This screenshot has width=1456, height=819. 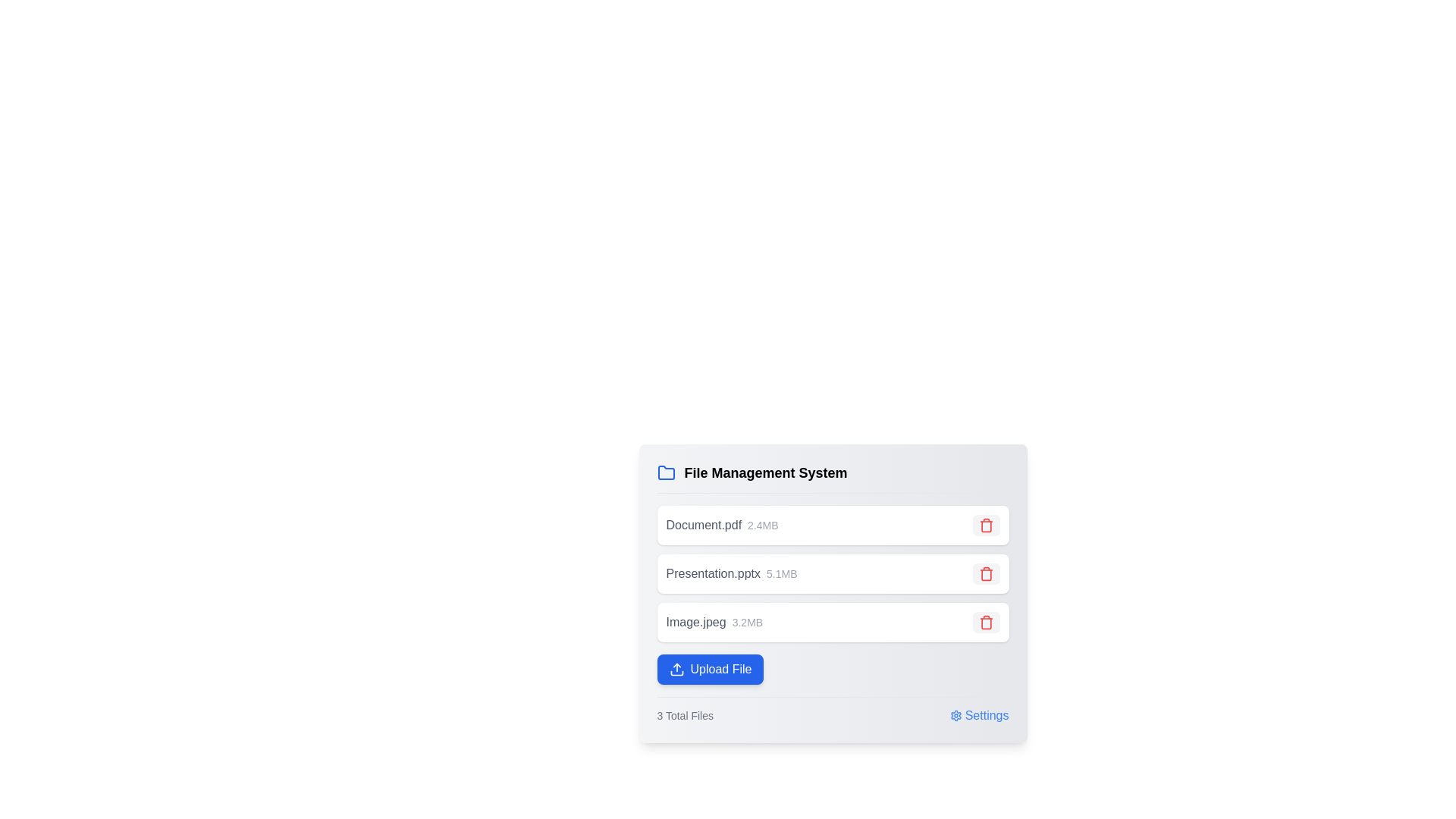 What do you see at coordinates (695, 623) in the screenshot?
I see `the static text element displaying the name of a file in the third row of the file management interface, which is left-aligned with the file size '3.2MB' to its right` at bounding box center [695, 623].